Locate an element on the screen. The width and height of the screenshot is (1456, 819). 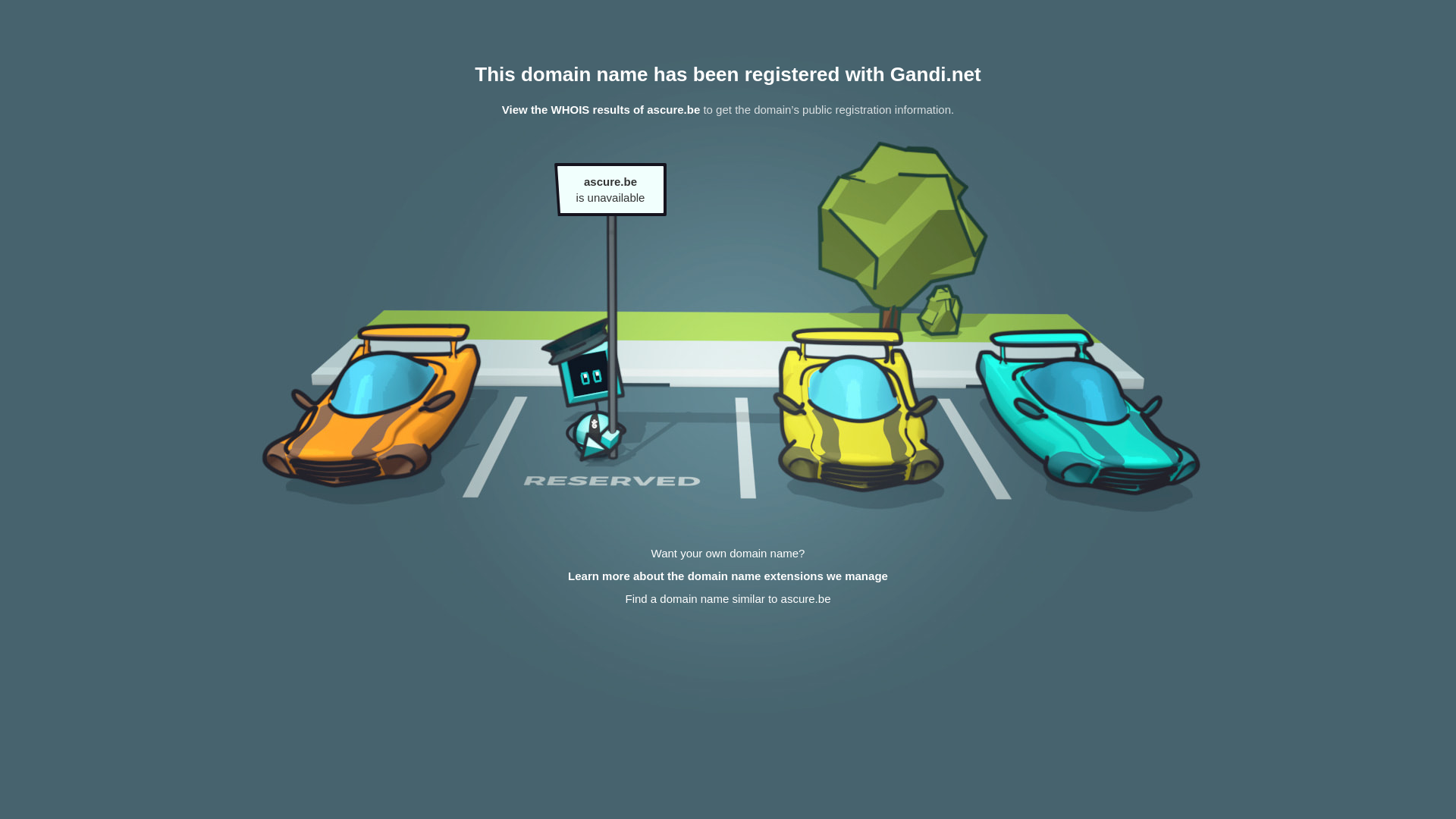
'Find a domain name similar to ascure.be' is located at coordinates (728, 598).